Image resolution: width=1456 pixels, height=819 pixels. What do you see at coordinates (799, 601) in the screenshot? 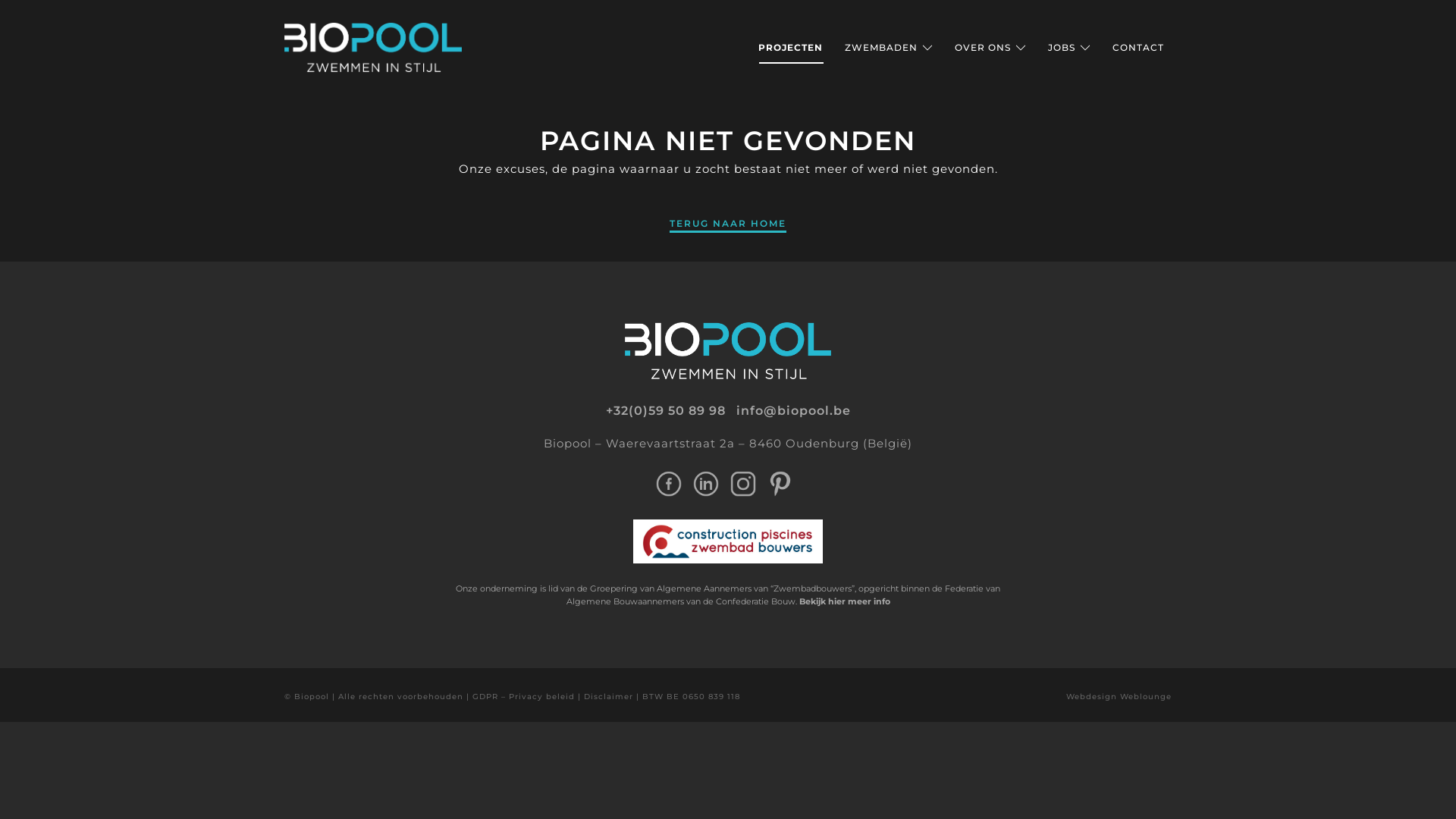
I see `'Bekijk hier meer info'` at bounding box center [799, 601].